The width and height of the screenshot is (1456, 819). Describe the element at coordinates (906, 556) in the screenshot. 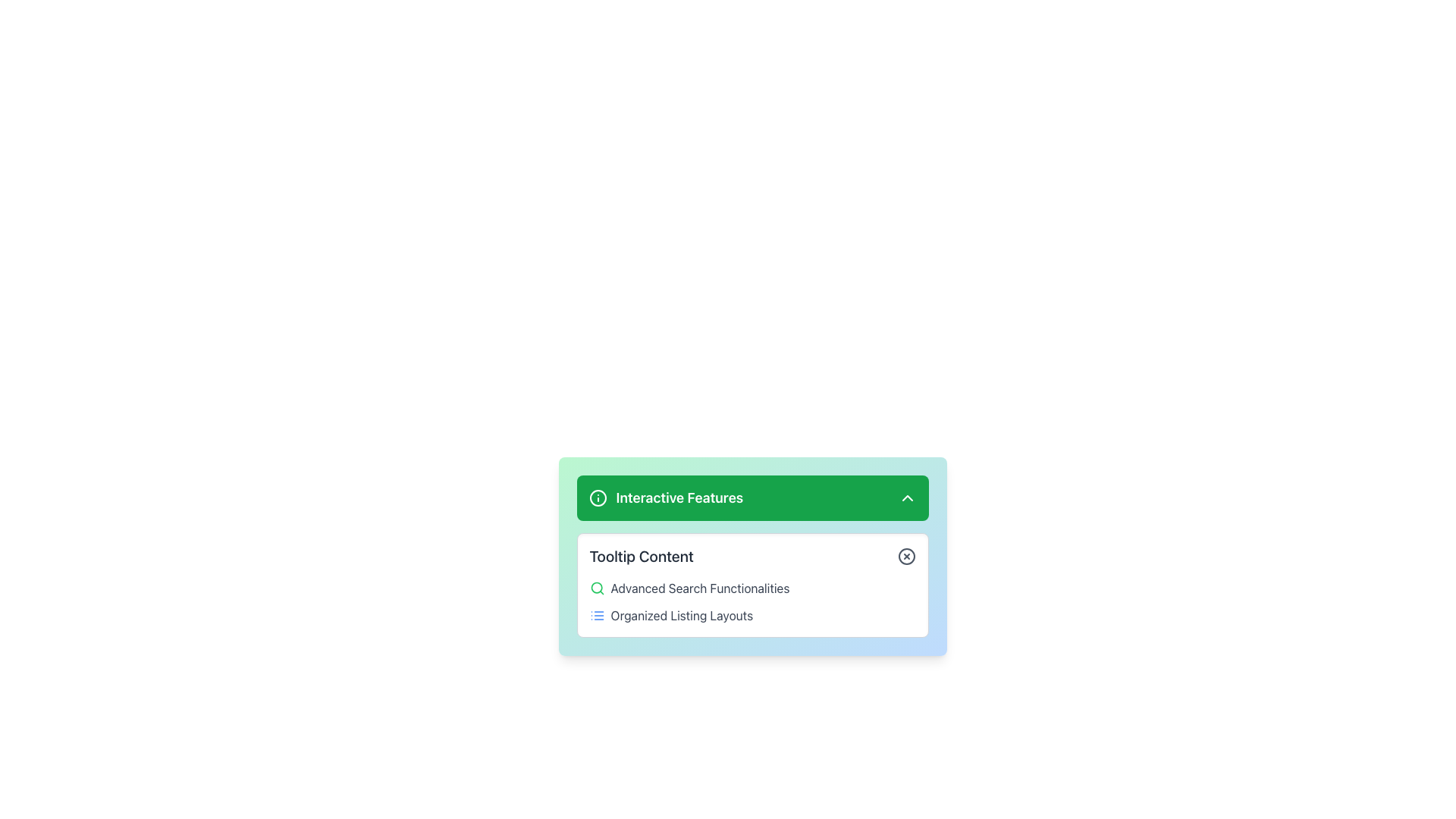

I see `the close button icon, which is a circular icon with a cross inside it located in the upper-right corner of the 'Tooltip Content' box` at that location.